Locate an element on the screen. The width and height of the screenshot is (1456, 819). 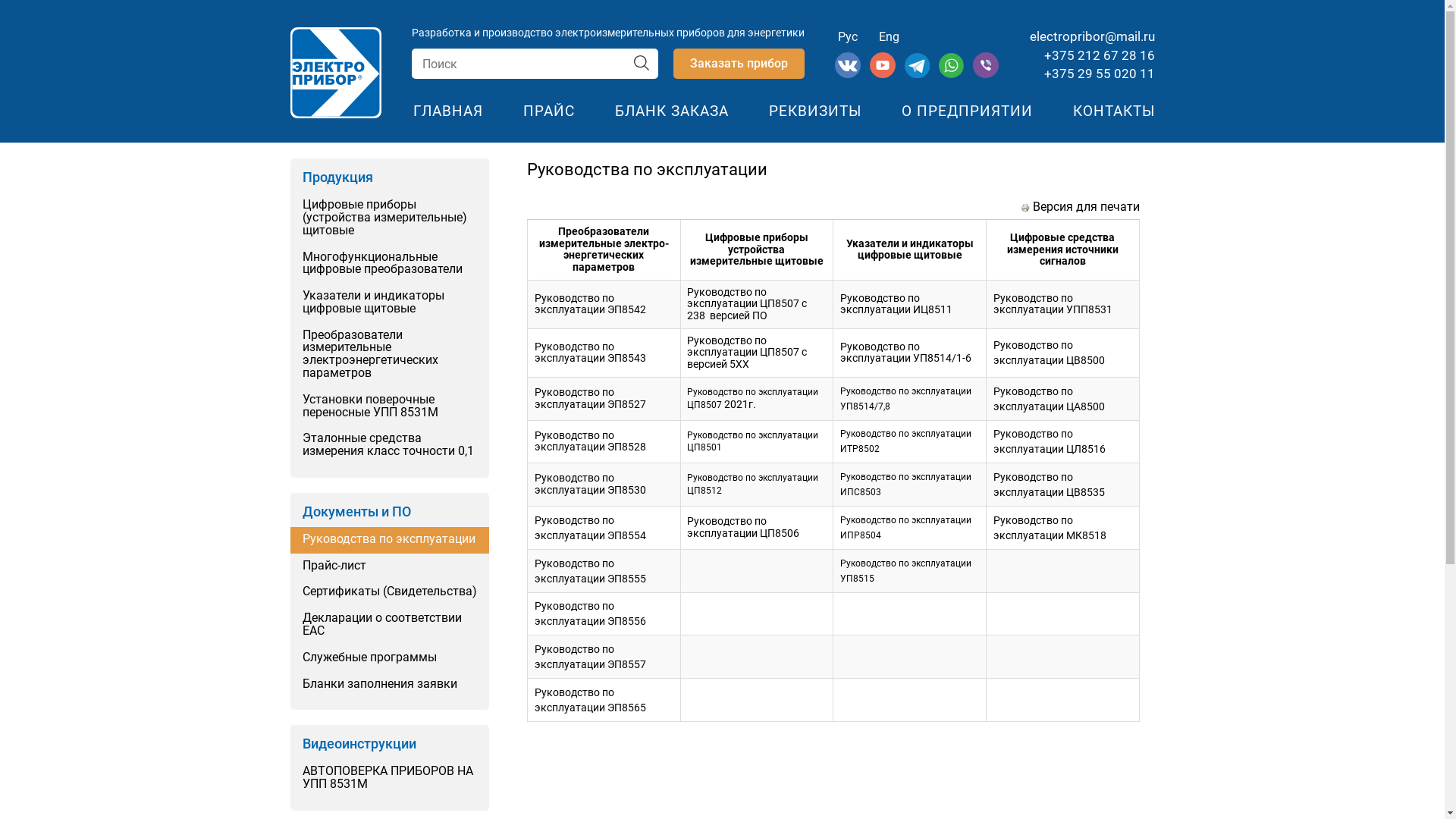
'+375 29 55 020 11' is located at coordinates (1043, 73).